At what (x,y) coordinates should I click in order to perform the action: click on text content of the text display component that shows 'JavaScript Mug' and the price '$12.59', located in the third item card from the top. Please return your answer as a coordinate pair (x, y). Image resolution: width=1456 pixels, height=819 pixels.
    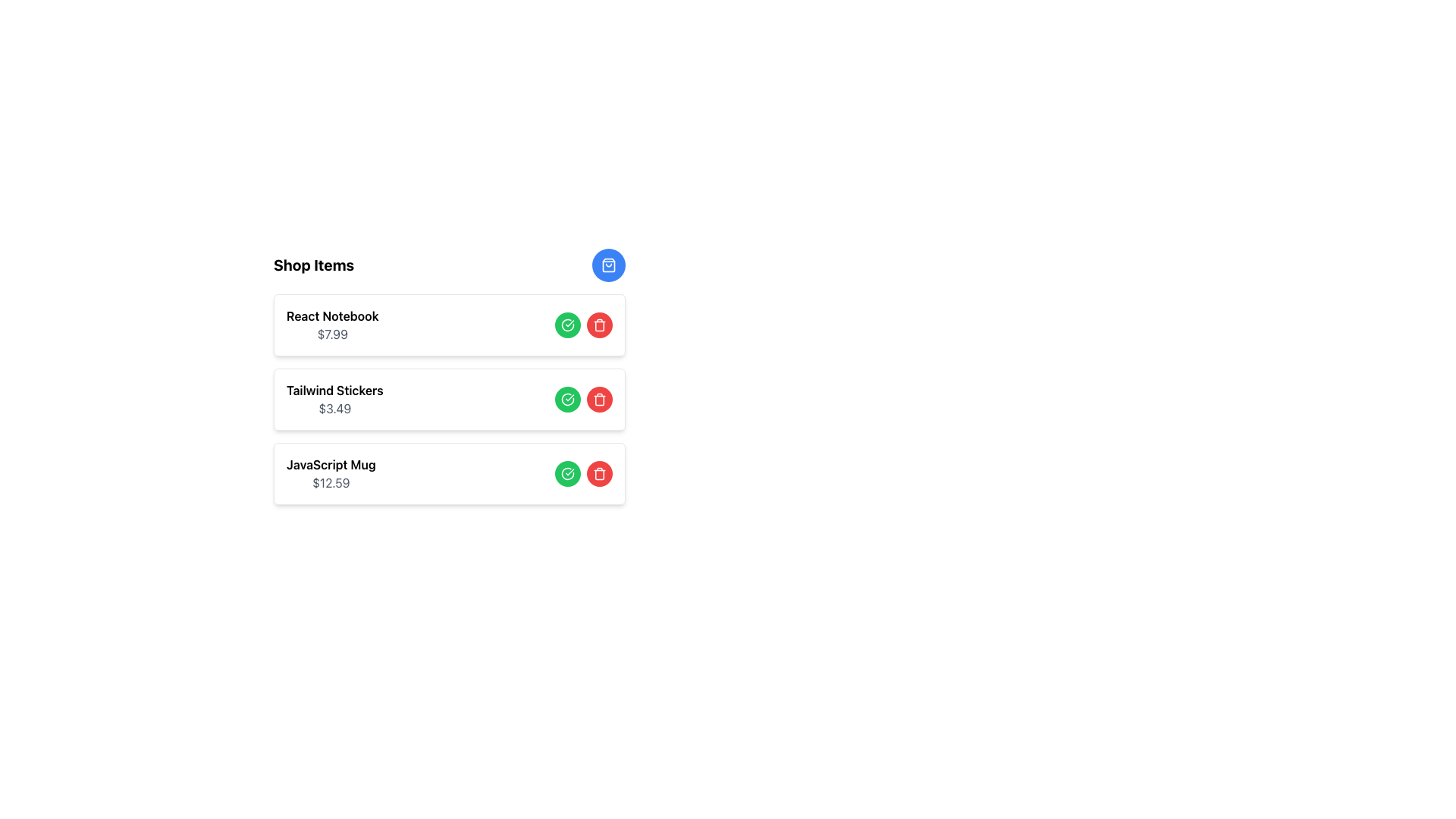
    Looking at the image, I should click on (330, 472).